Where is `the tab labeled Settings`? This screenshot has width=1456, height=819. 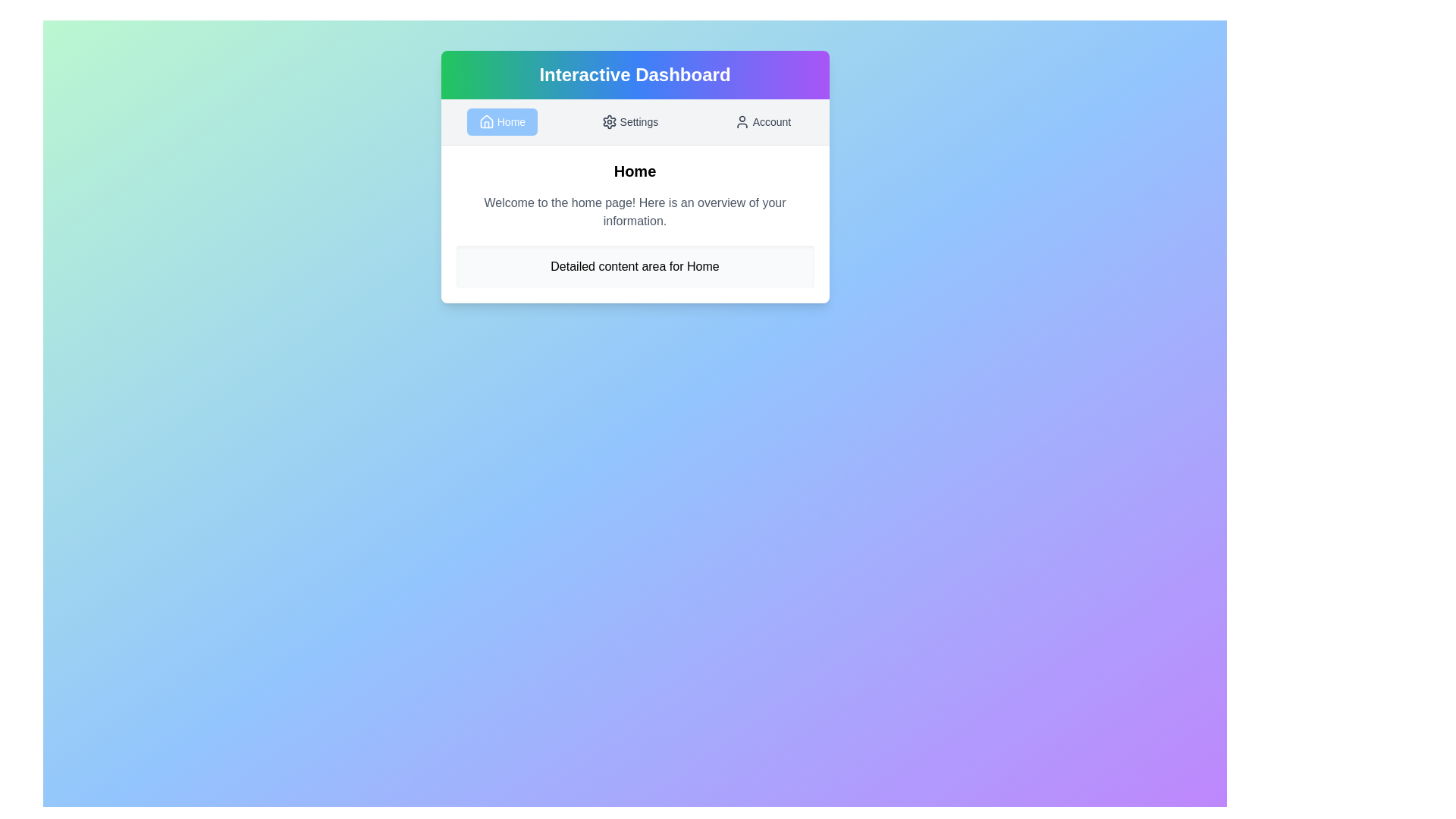 the tab labeled Settings is located at coordinates (629, 121).